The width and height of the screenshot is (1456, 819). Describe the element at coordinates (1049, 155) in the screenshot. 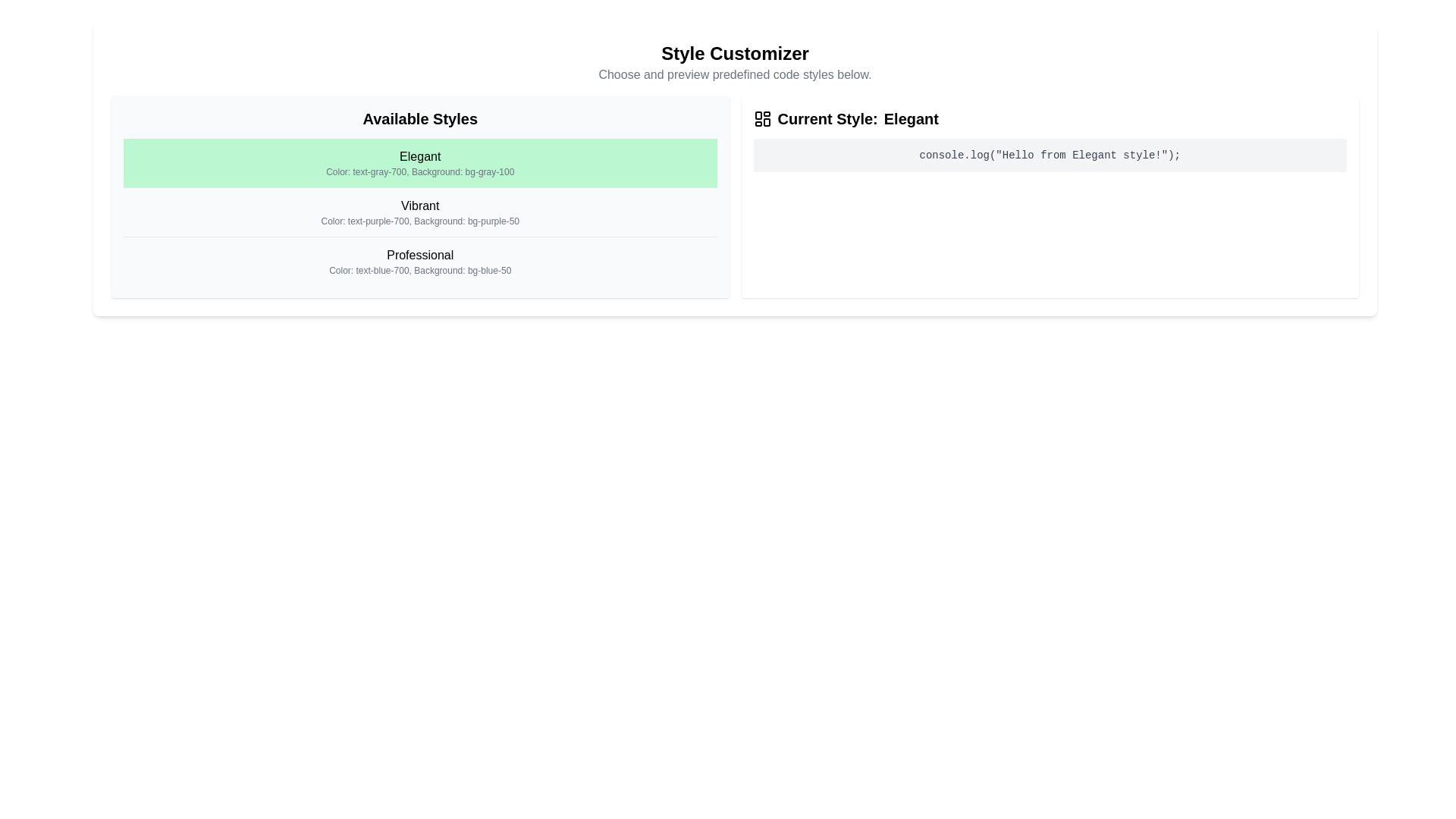

I see `displayed text in the Text block located below the title 'Current Style: Elegant'` at that location.